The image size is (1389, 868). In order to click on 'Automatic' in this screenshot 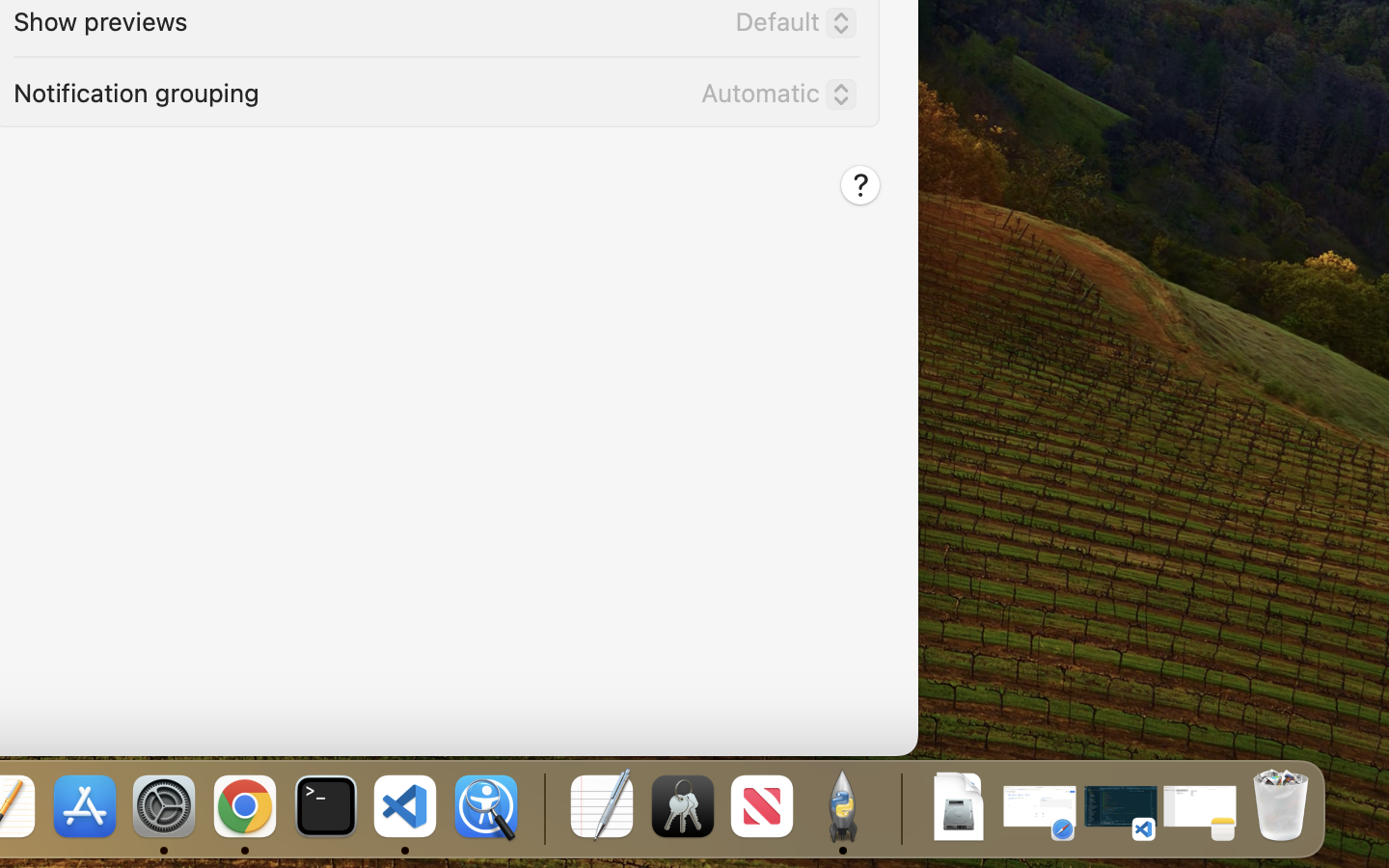, I will do `click(771, 95)`.